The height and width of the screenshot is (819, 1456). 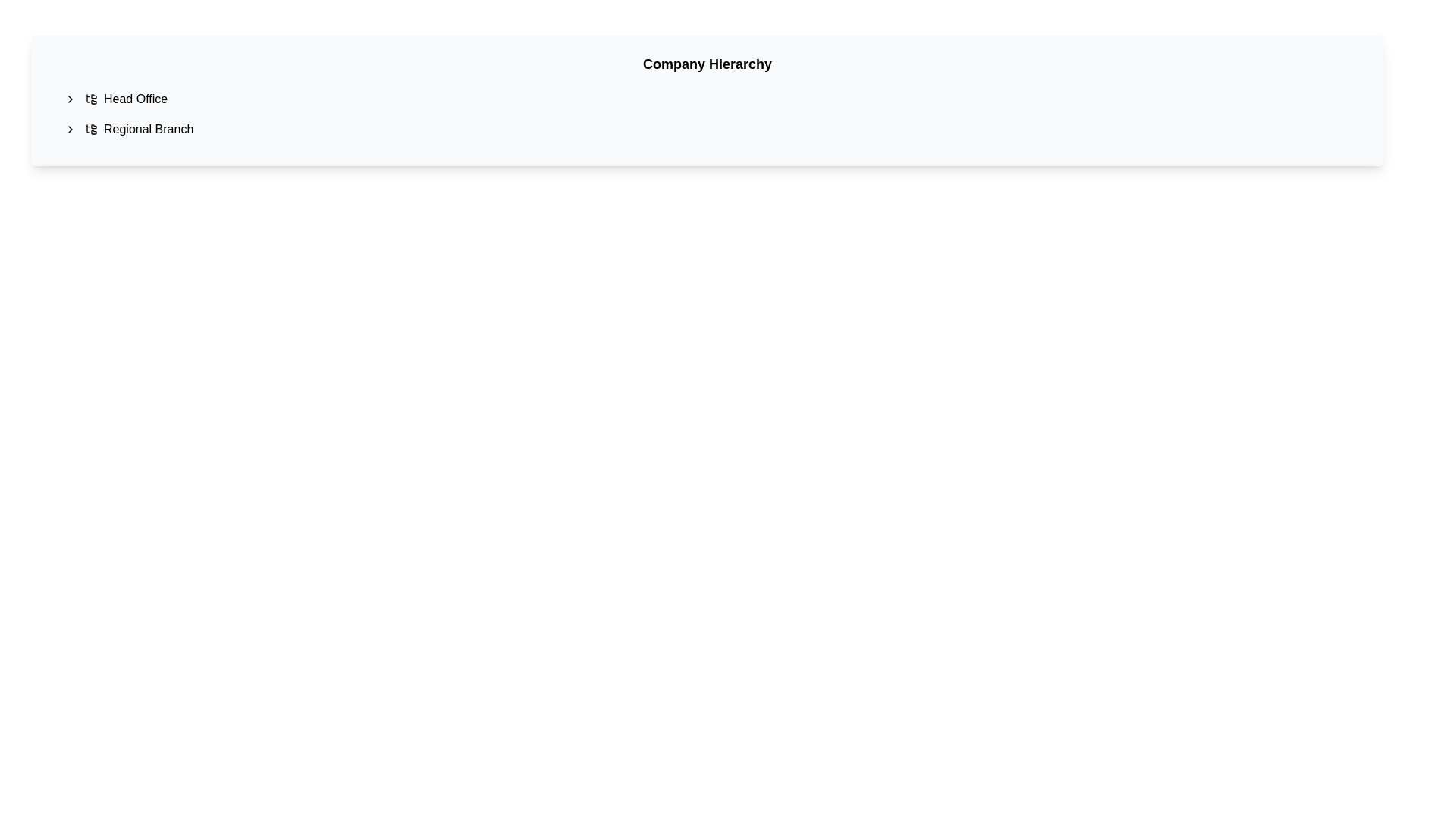 I want to click on the Chevron-Right icon that indicates expandable content for the 'Regional Branch' label to trigger a visual change, so click(x=69, y=128).